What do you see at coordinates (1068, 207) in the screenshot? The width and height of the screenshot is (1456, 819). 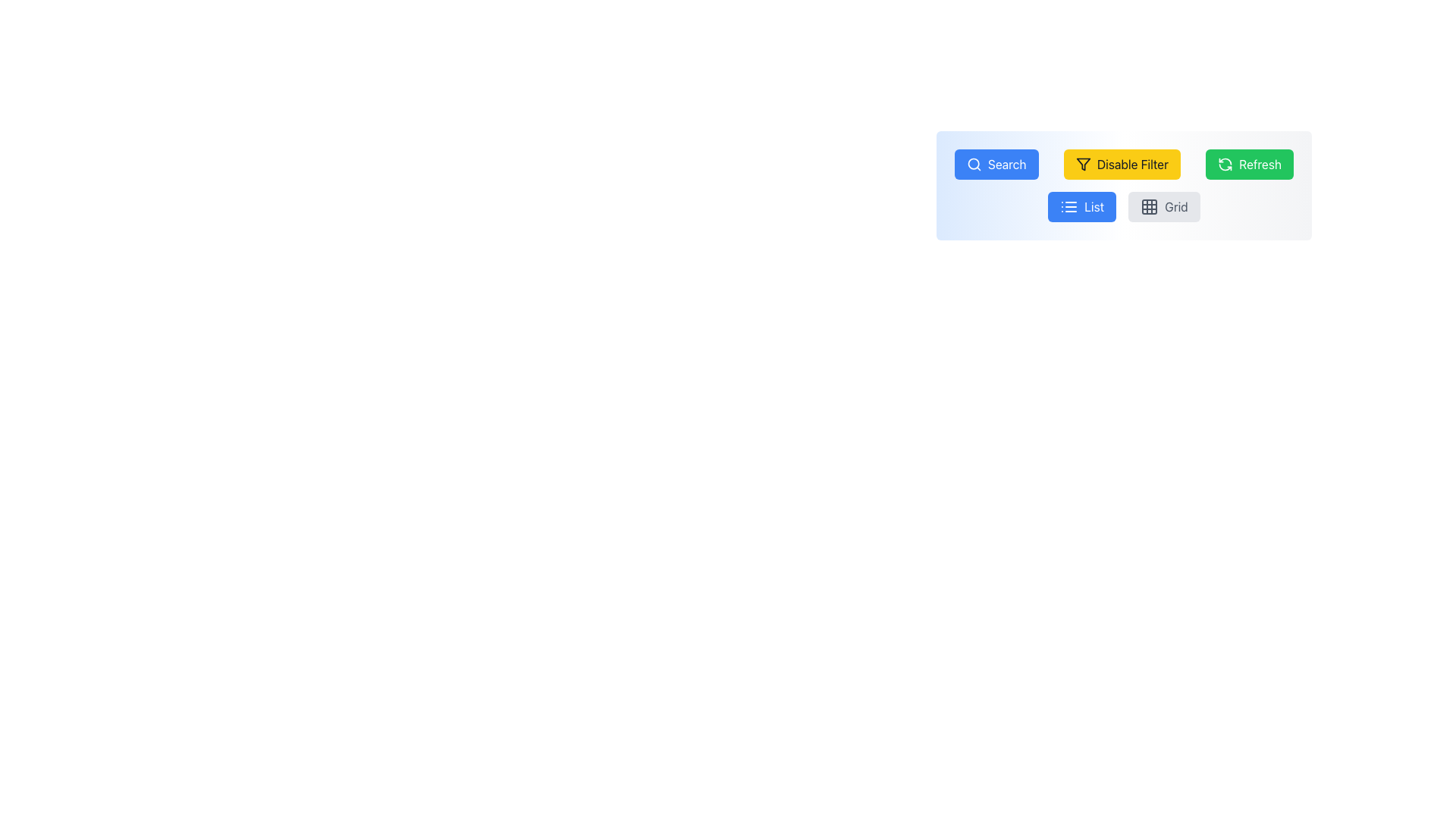 I see `the icon within the 'List' button in the horizontal toolbar` at bounding box center [1068, 207].